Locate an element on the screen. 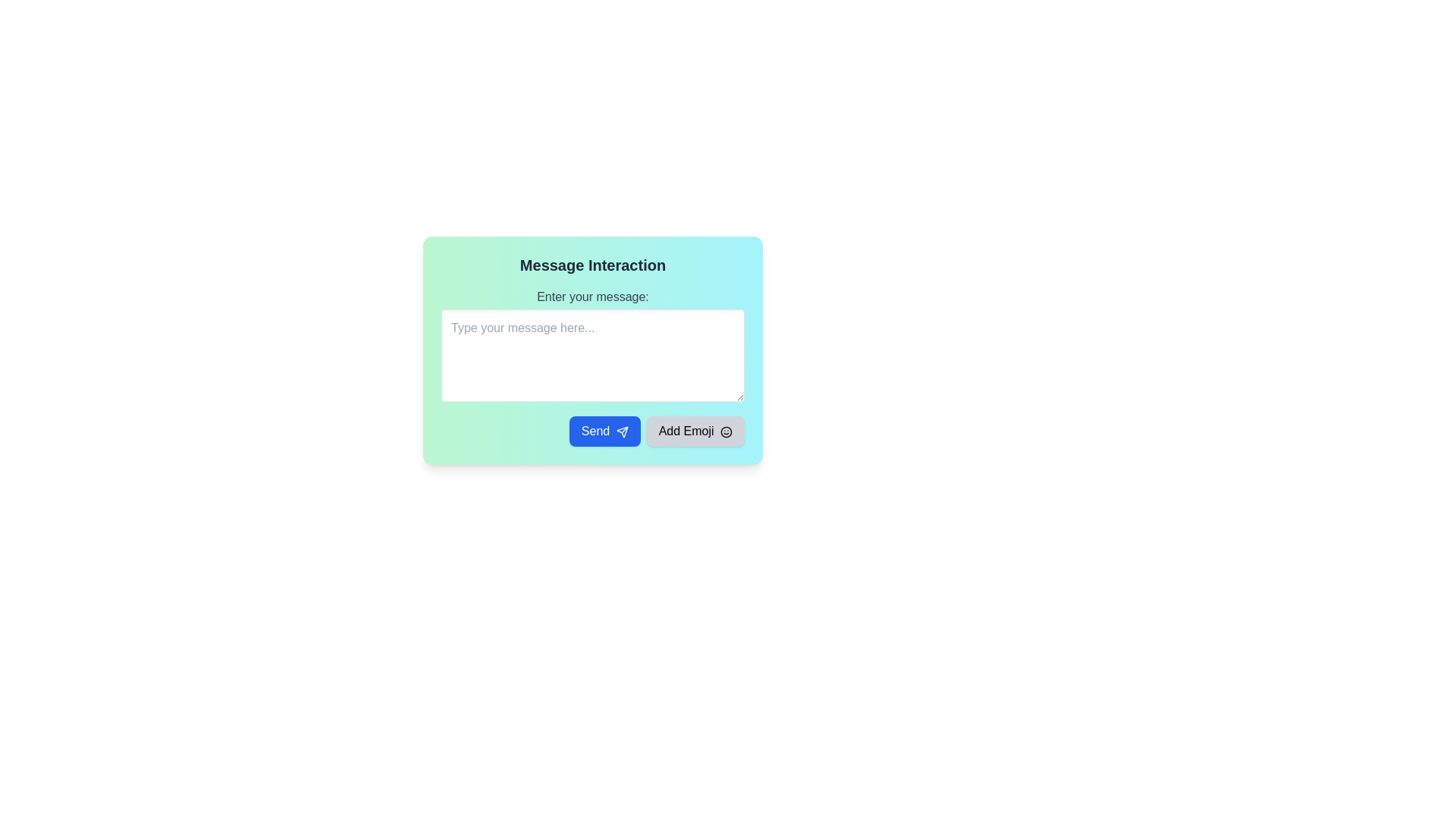 The image size is (1456, 819). the 'Add Emoji' button, which is a light gray rectangular button with rounded corners located to the right of the 'Send' button is located at coordinates (695, 431).